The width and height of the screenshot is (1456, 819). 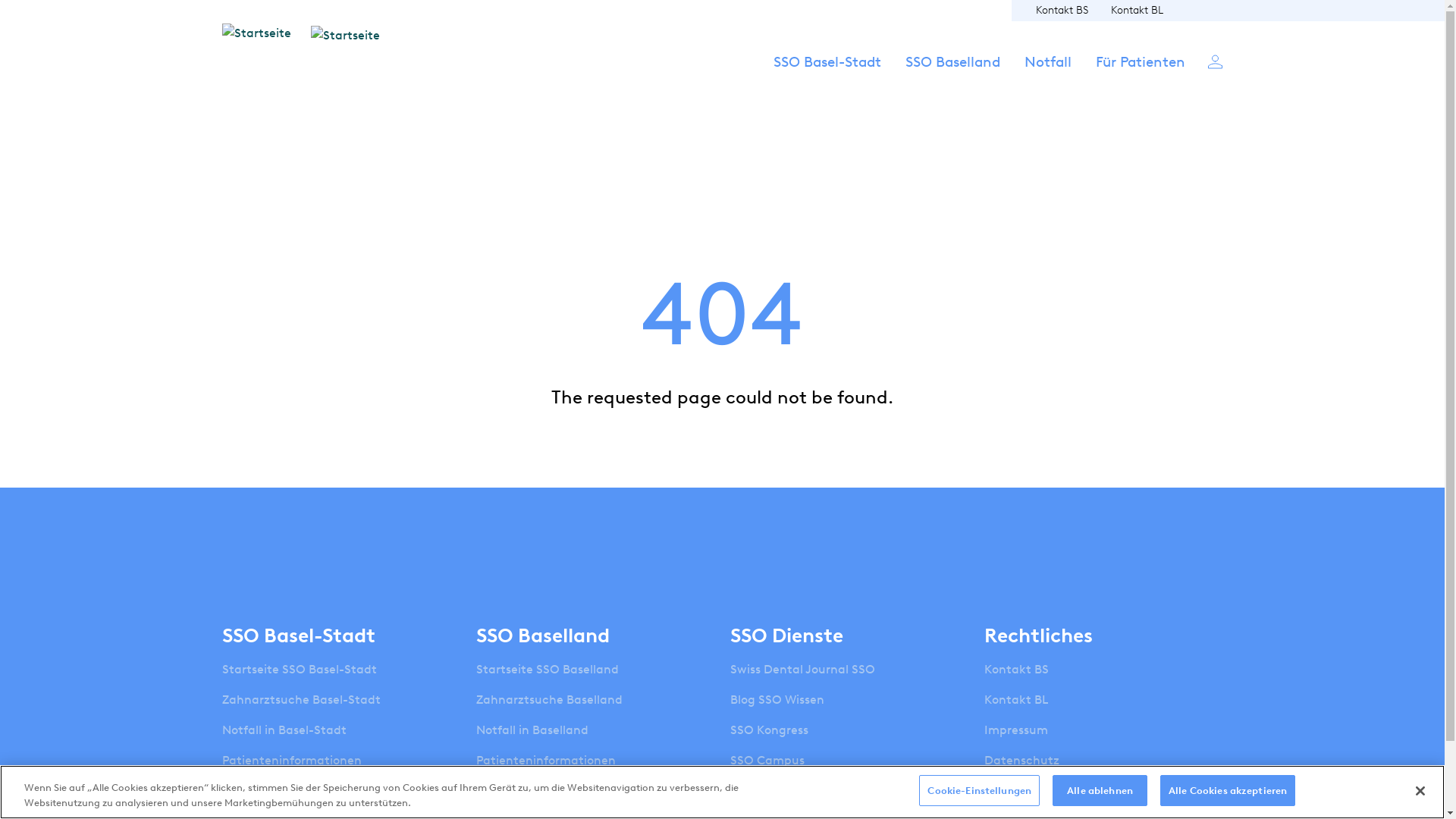 What do you see at coordinates (532, 730) in the screenshot?
I see `'Notfall in Baselland'` at bounding box center [532, 730].